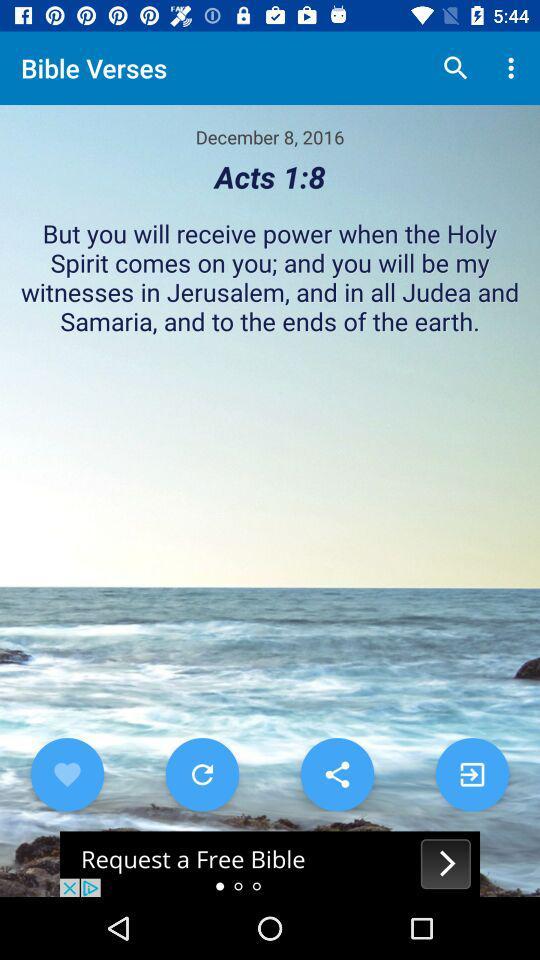 The image size is (540, 960). Describe the element at coordinates (472, 773) in the screenshot. I see `the launch icon` at that location.